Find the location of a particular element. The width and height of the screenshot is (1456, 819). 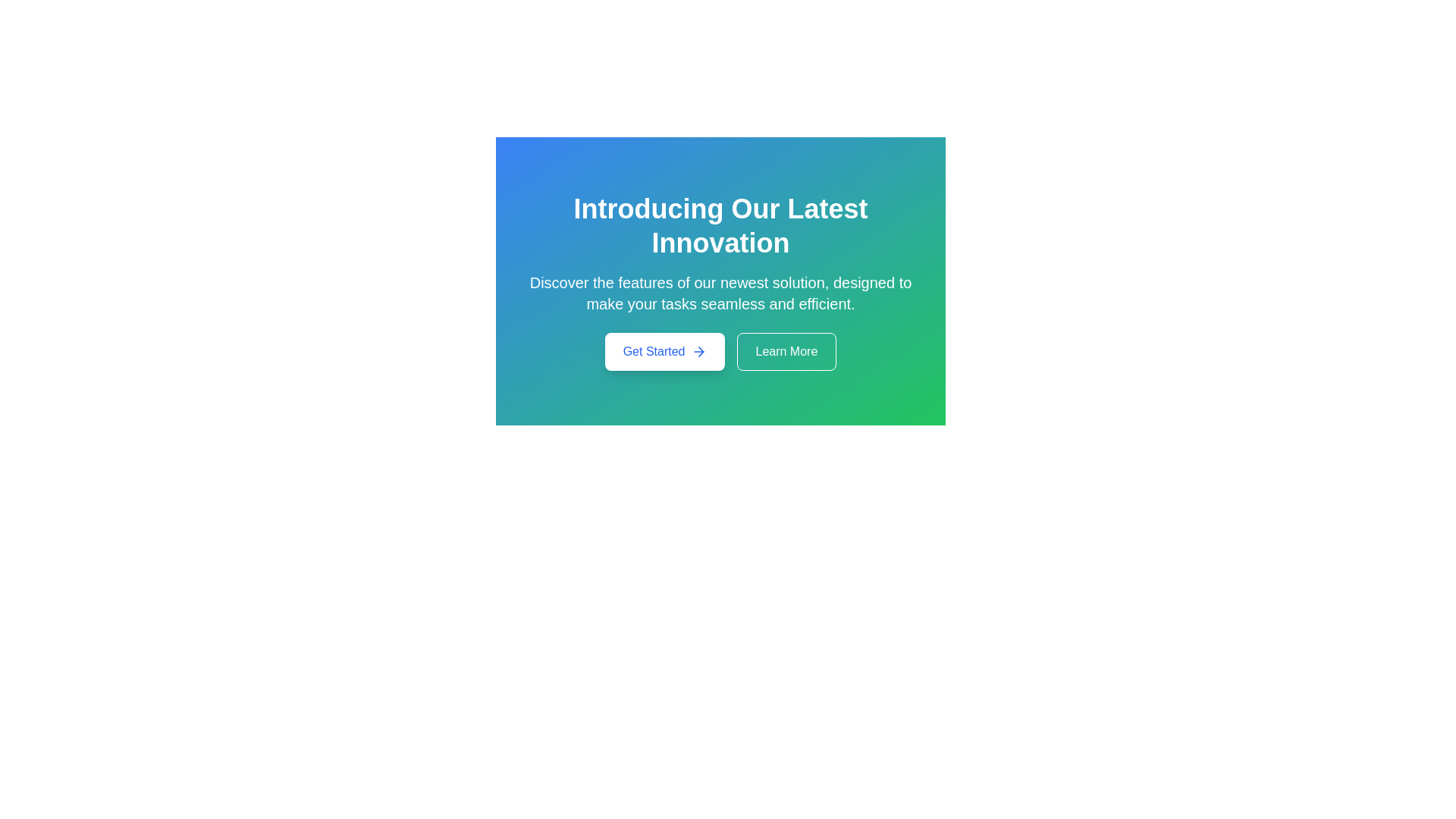

the arrow icon located to the right of the 'Get Started' button in the bottom-left portion of the modal is located at coordinates (698, 351).